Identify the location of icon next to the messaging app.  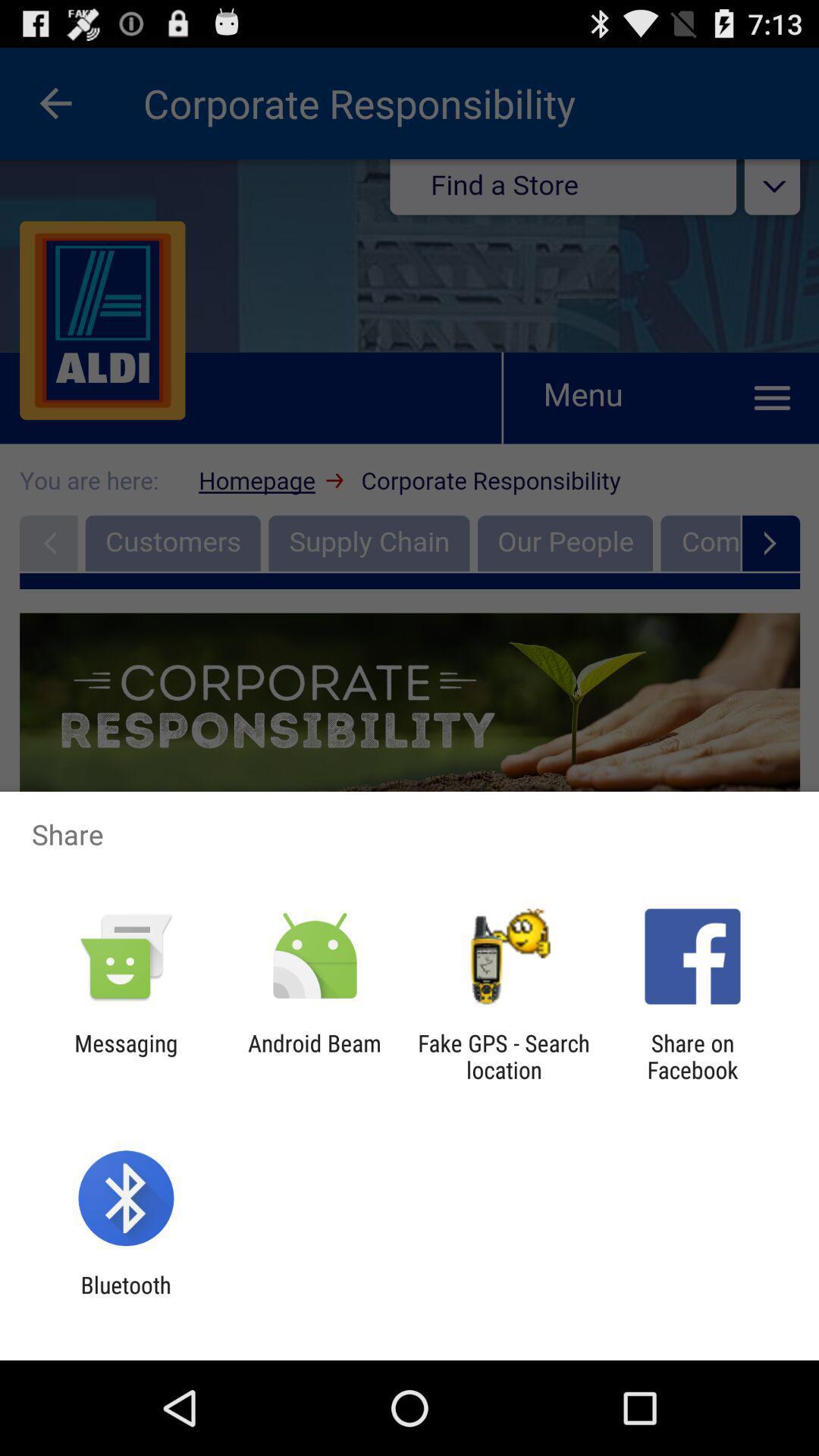
(314, 1056).